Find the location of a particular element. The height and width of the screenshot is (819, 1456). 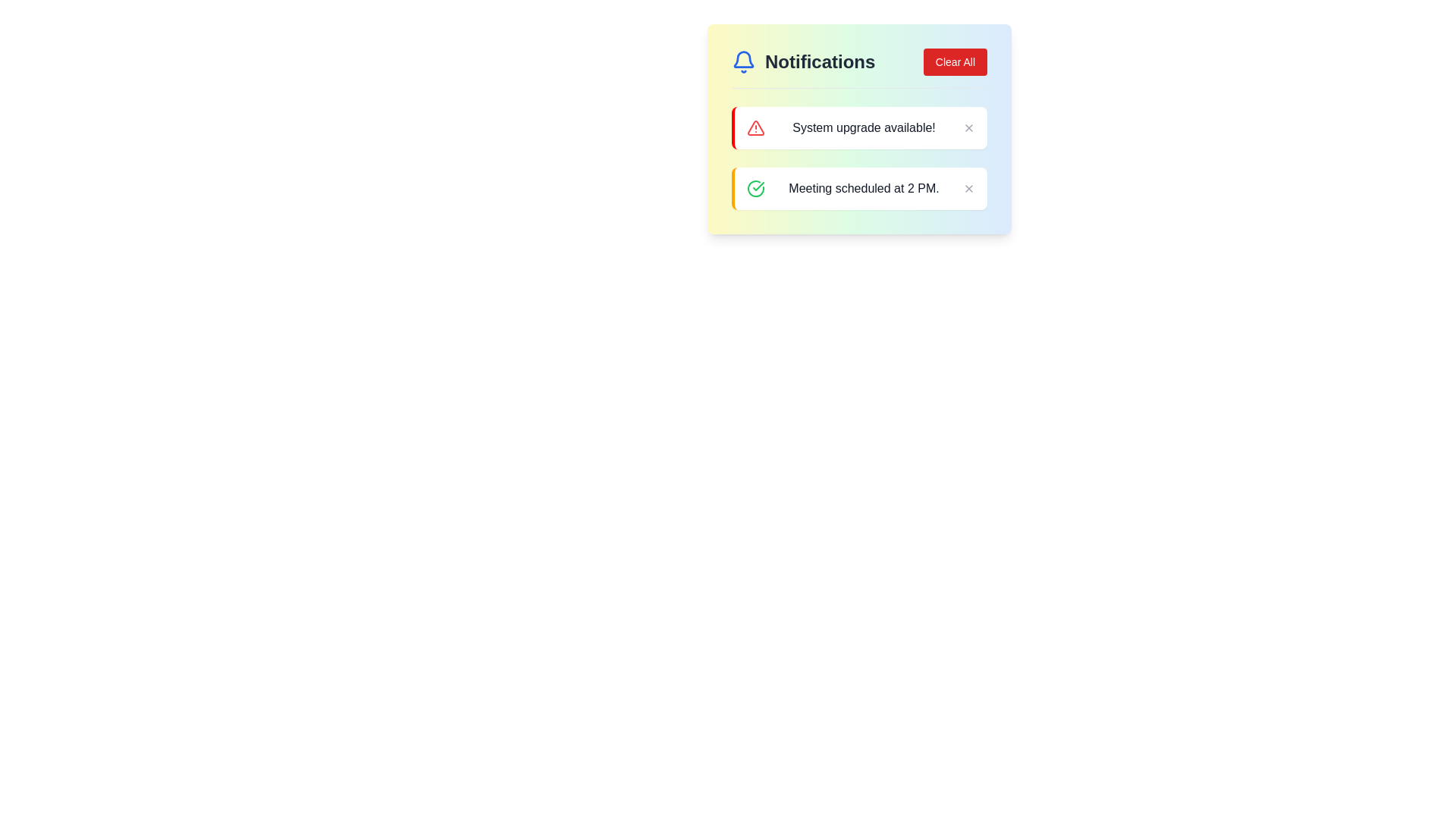

the dismiss button icon resembling a cross mark ('×') located at the far right of the notification card for the meeting scheduled at 2 PM is located at coordinates (968, 188).